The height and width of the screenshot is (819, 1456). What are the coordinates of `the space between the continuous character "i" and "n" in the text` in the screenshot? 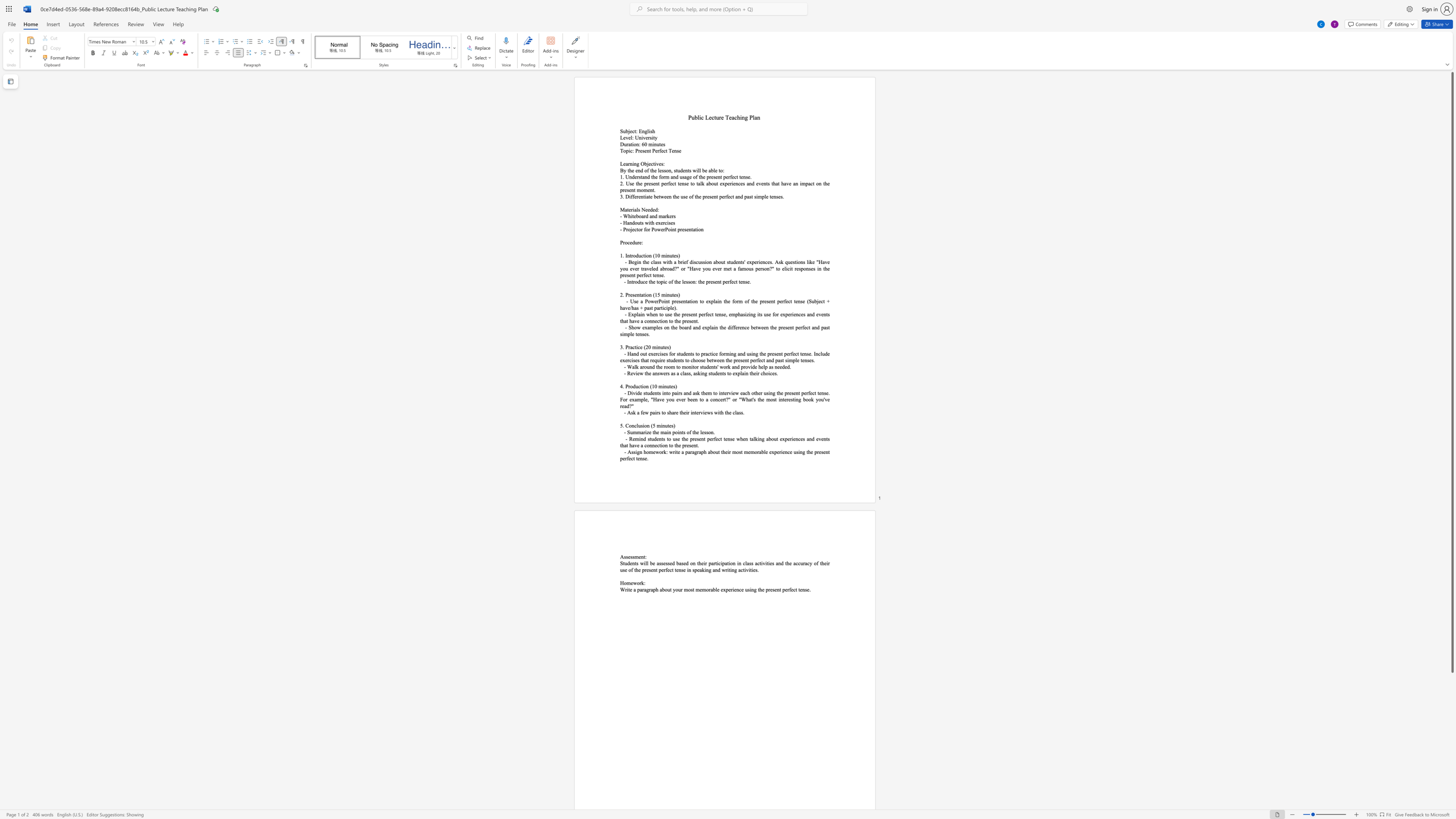 It's located at (666, 255).